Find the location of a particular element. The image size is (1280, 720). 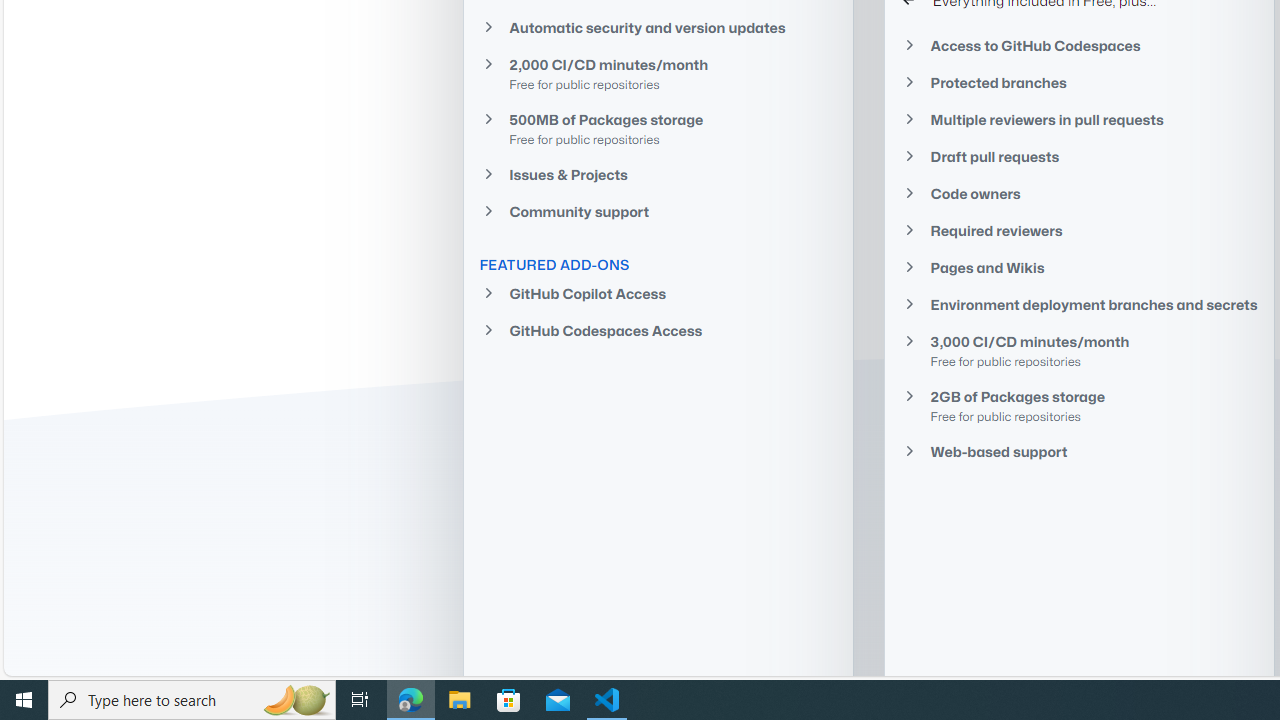

'GitHub Copilot Access' is located at coordinates (657, 293).